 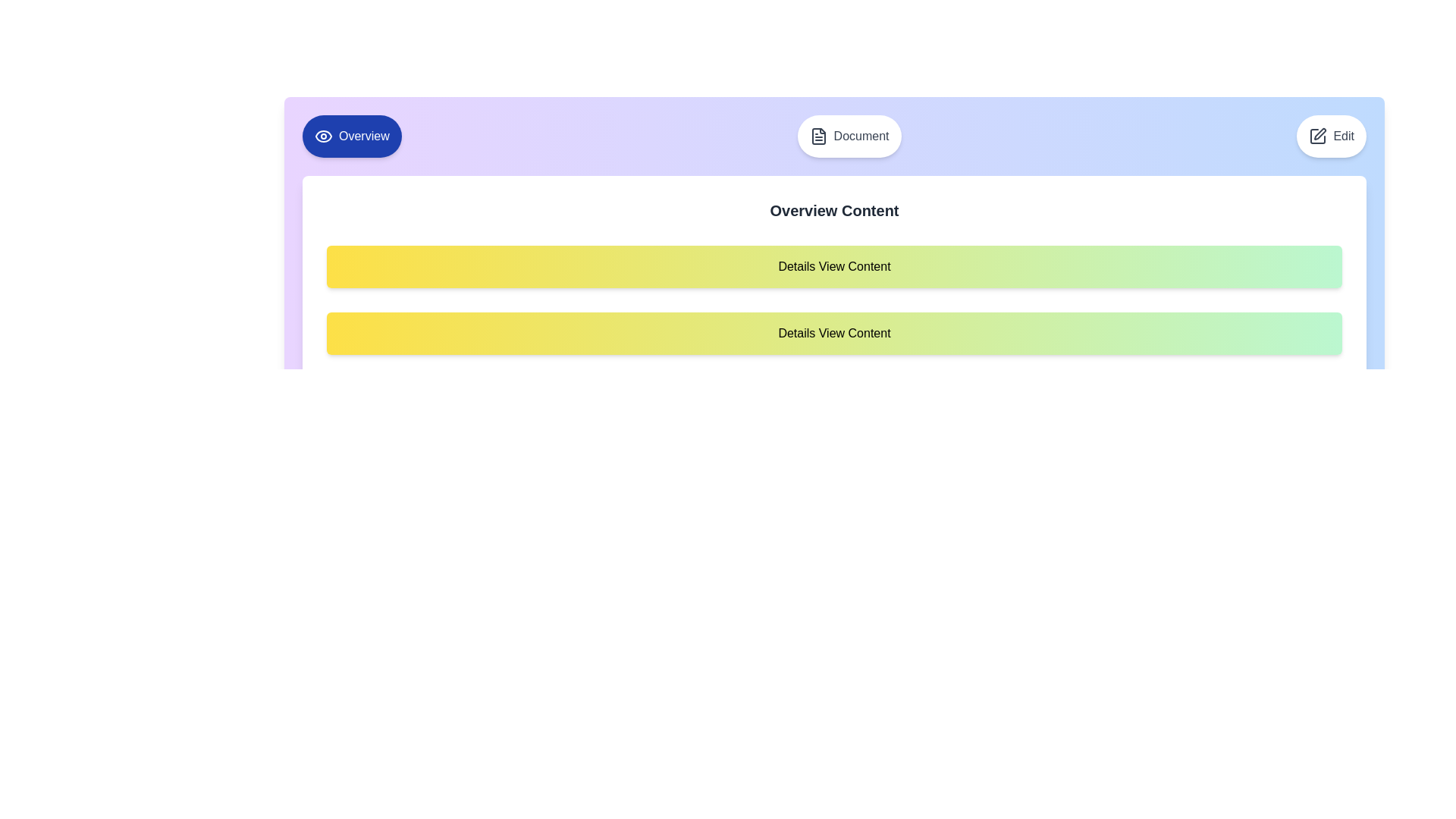 What do you see at coordinates (351, 136) in the screenshot?
I see `the active tab labeled 'Overview' to confirm its state` at bounding box center [351, 136].